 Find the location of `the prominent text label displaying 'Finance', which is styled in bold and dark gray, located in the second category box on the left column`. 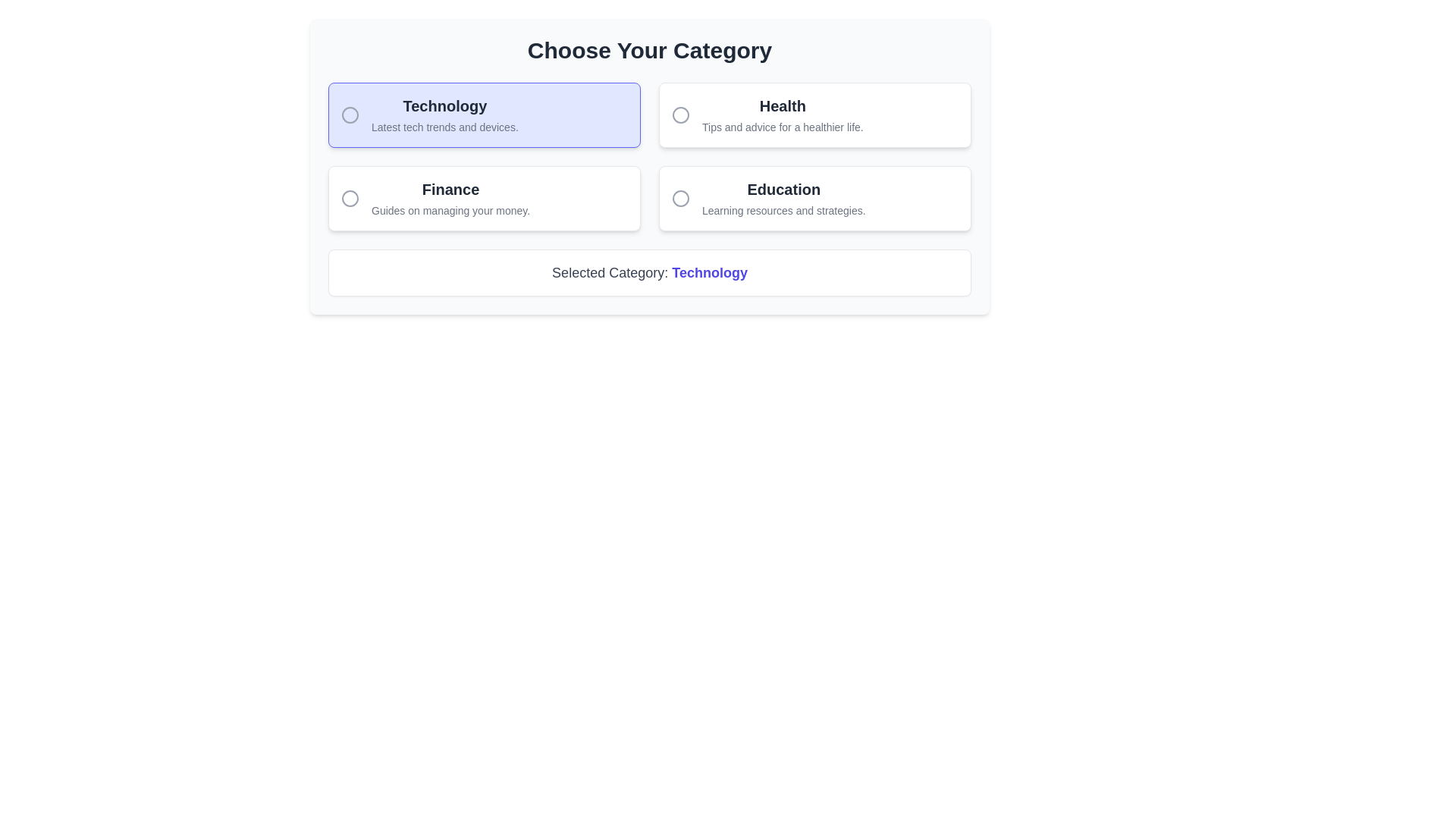

the prominent text label displaying 'Finance', which is styled in bold and dark gray, located in the second category box on the left column is located at coordinates (450, 189).